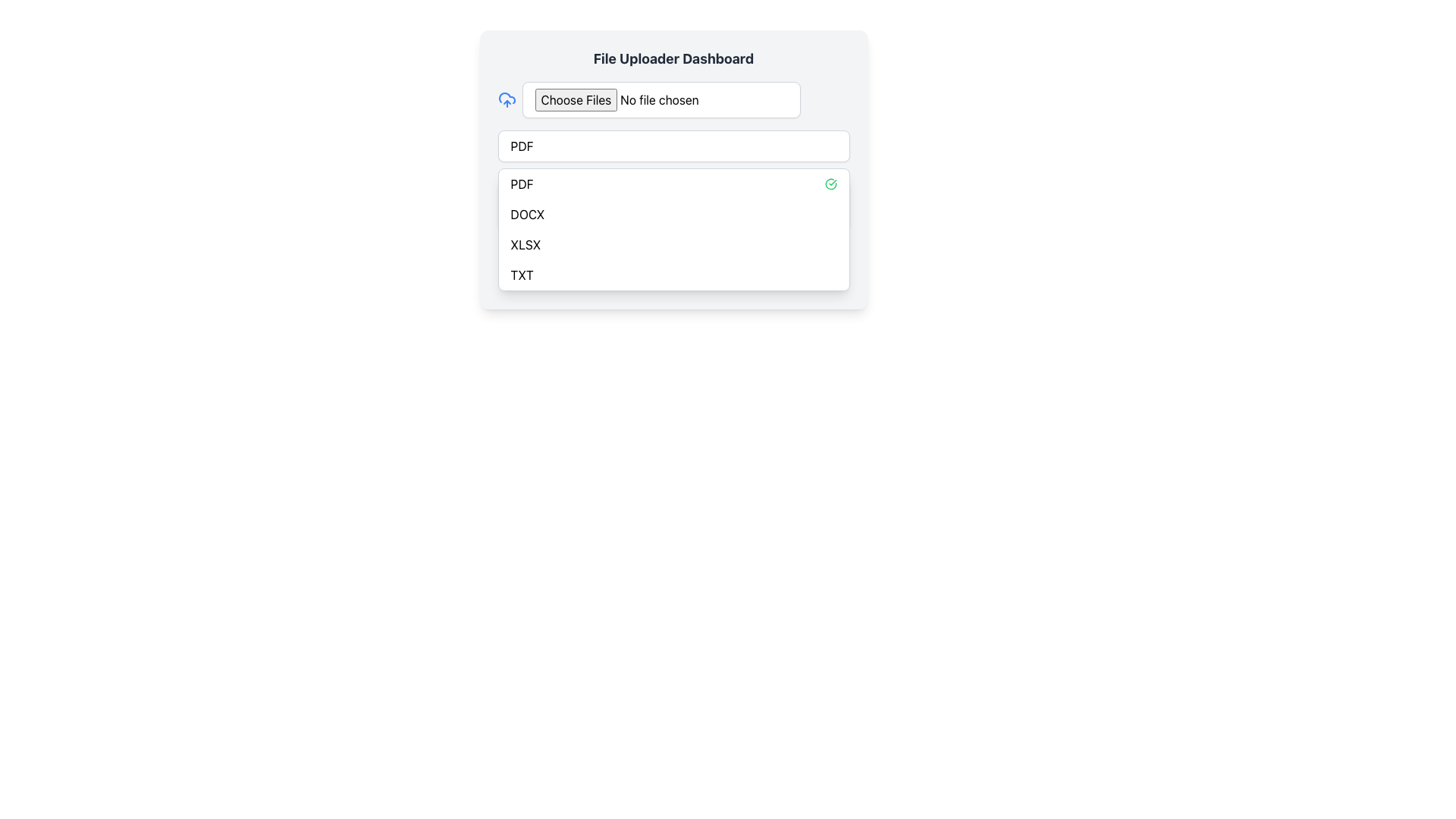 The height and width of the screenshot is (819, 1456). Describe the element at coordinates (673, 184) in the screenshot. I see `the 'PDF' dropdown menu item` at that location.